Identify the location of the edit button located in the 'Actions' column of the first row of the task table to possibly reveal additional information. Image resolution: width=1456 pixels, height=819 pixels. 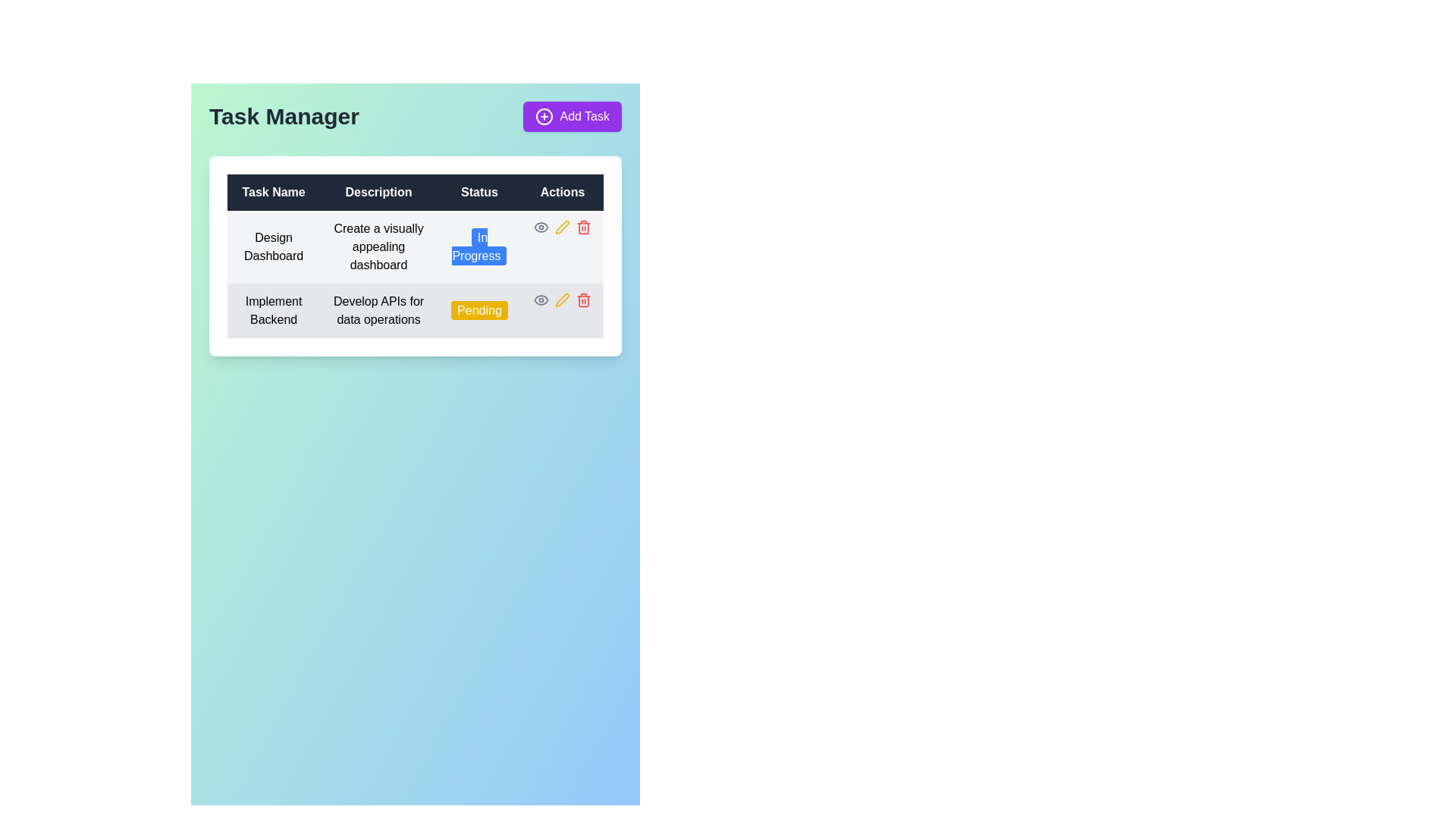
(561, 227).